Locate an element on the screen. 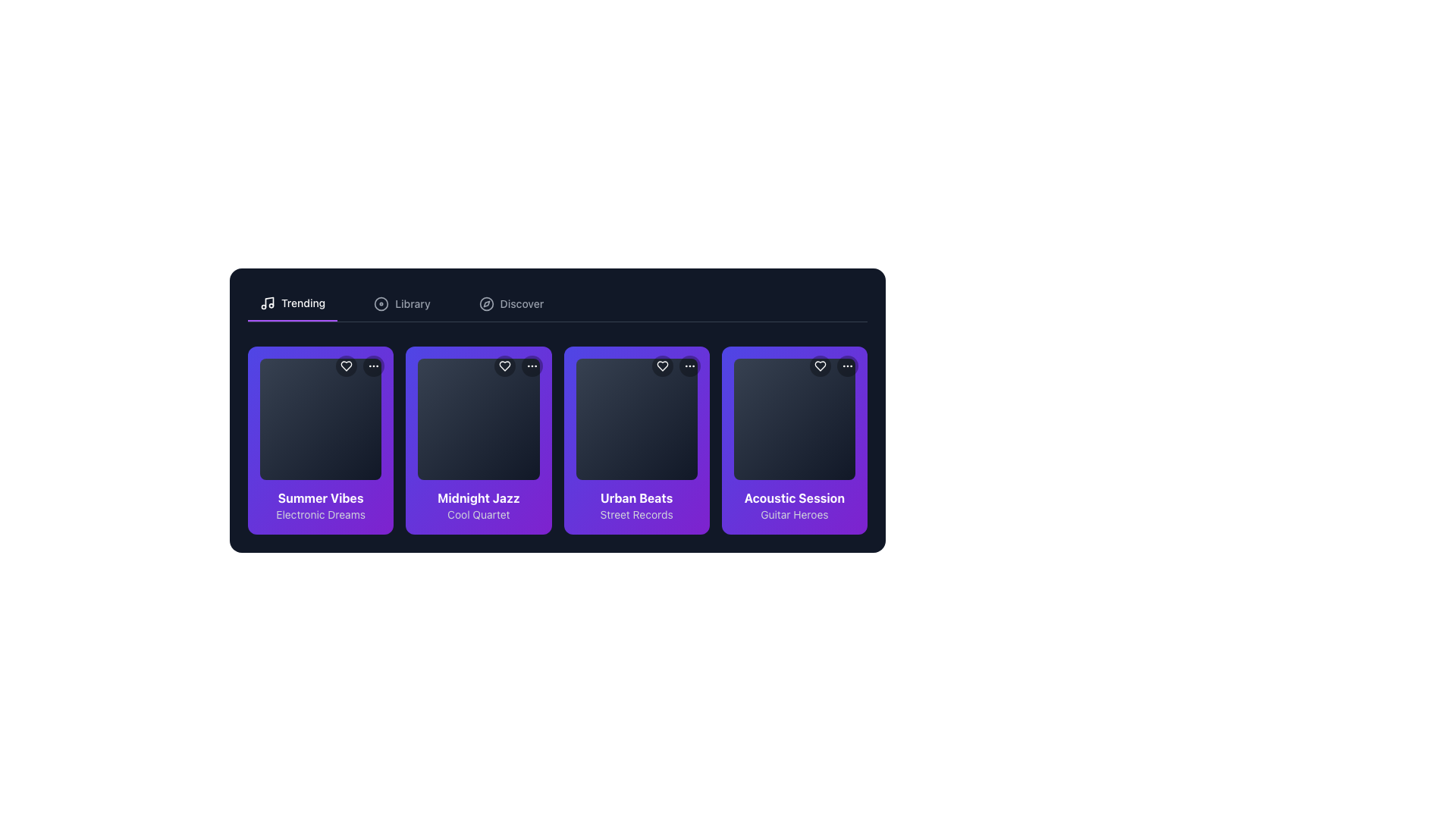  the heart-shaped icon button with a hollow center located in the top-right corner of the 'Acoustic Session' card in the 'Trending' section to like or favorite the item is located at coordinates (819, 366).